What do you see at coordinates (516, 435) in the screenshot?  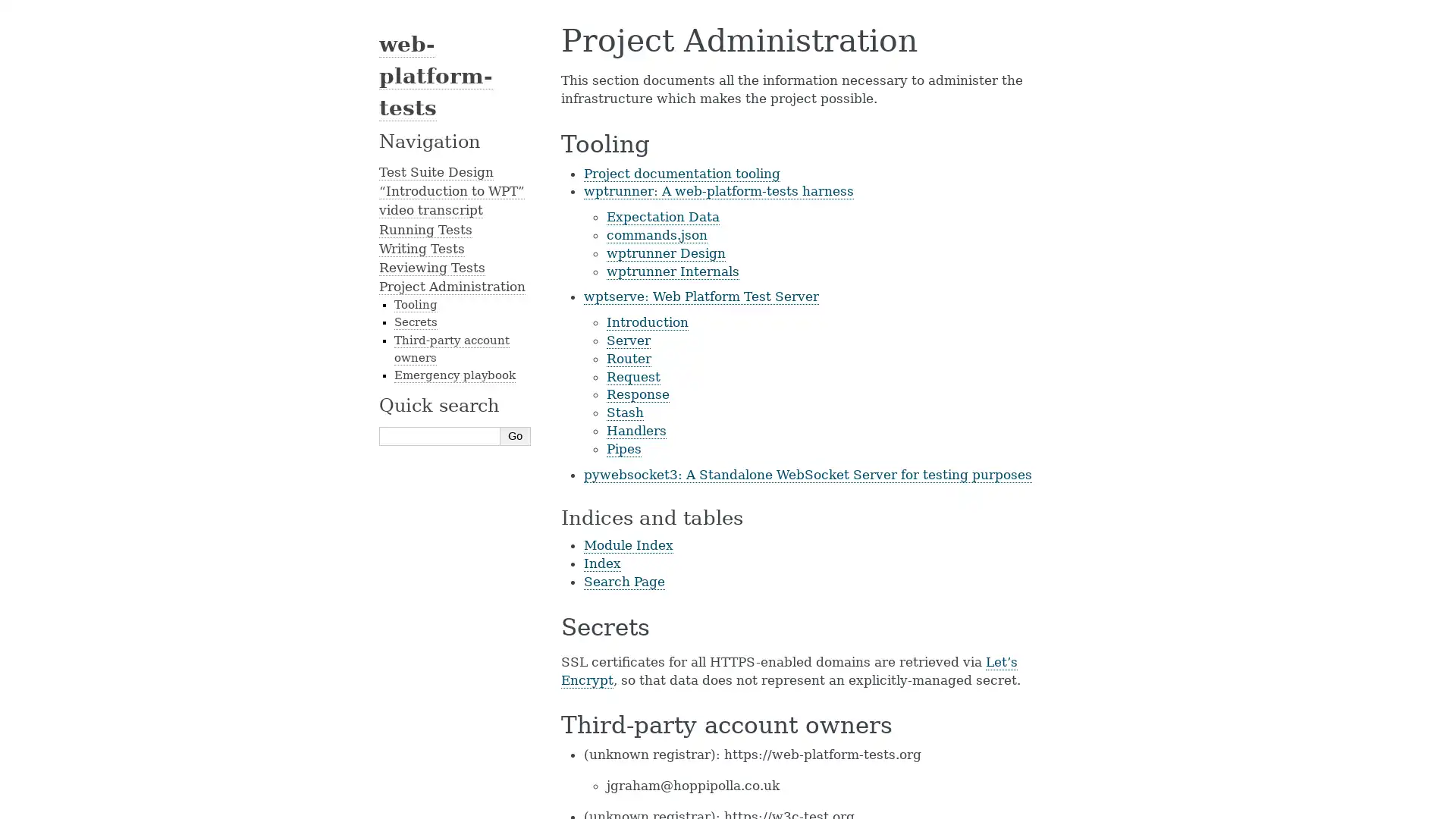 I see `Go` at bounding box center [516, 435].